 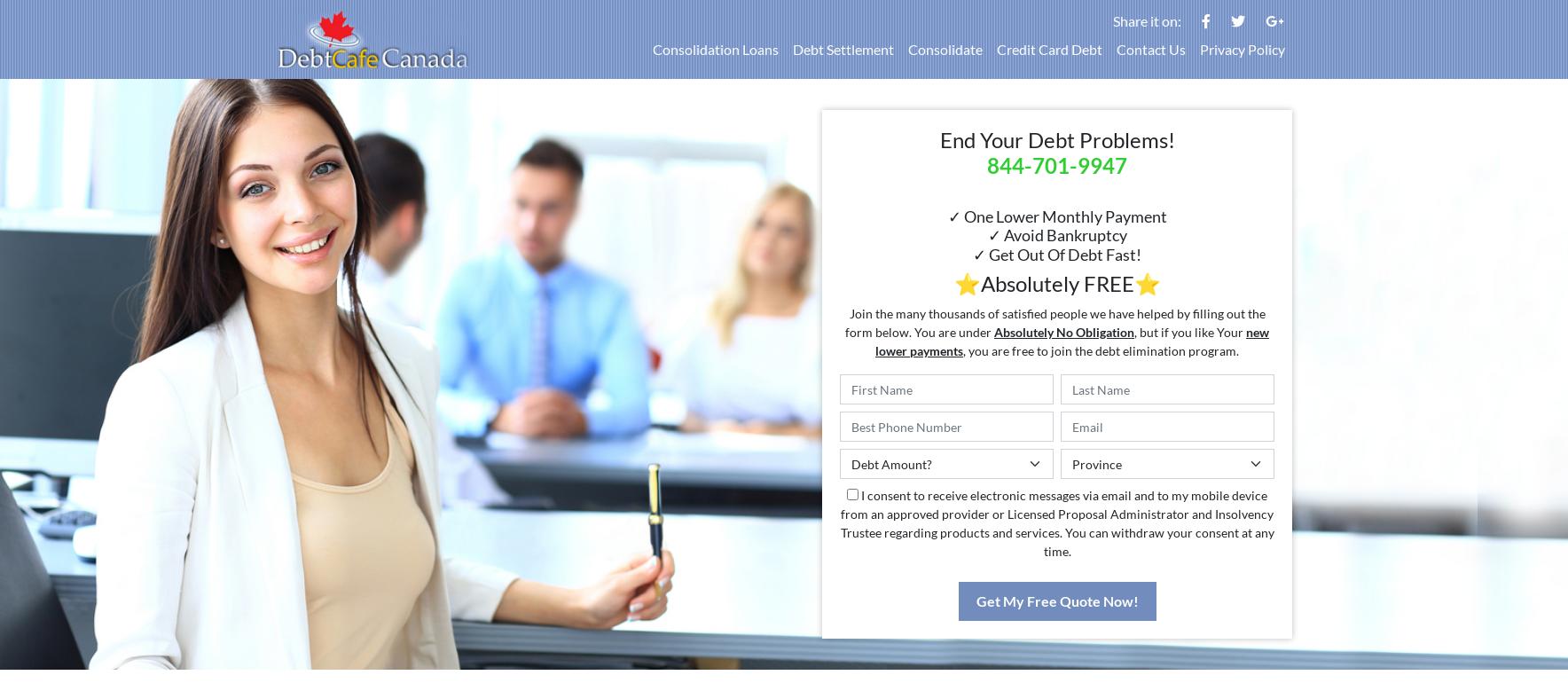 What do you see at coordinates (1209, 628) in the screenshot?
I see `'Home Ownership is not necessary'` at bounding box center [1209, 628].